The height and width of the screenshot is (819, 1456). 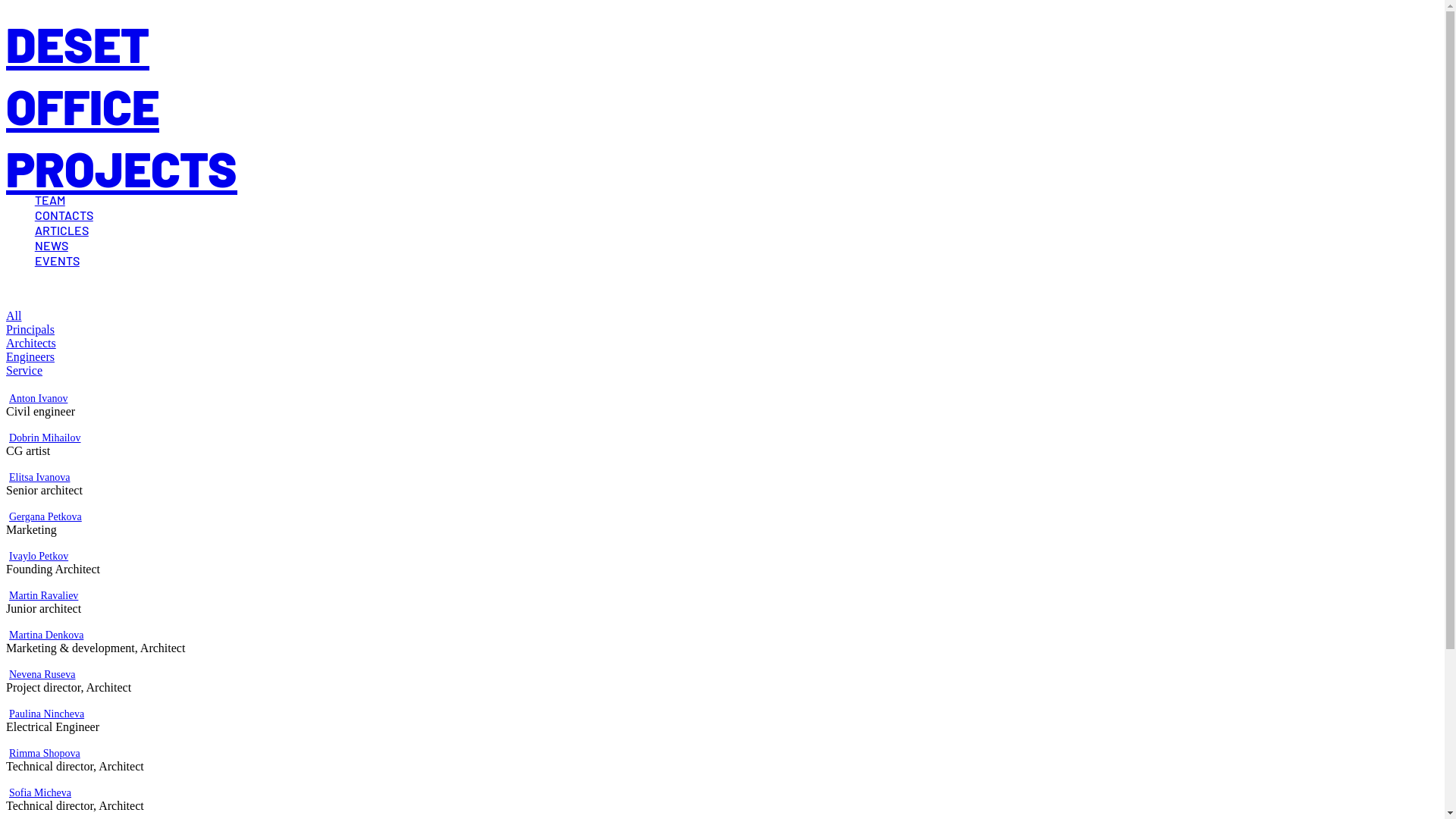 I want to click on 'Architects', so click(x=31, y=343).